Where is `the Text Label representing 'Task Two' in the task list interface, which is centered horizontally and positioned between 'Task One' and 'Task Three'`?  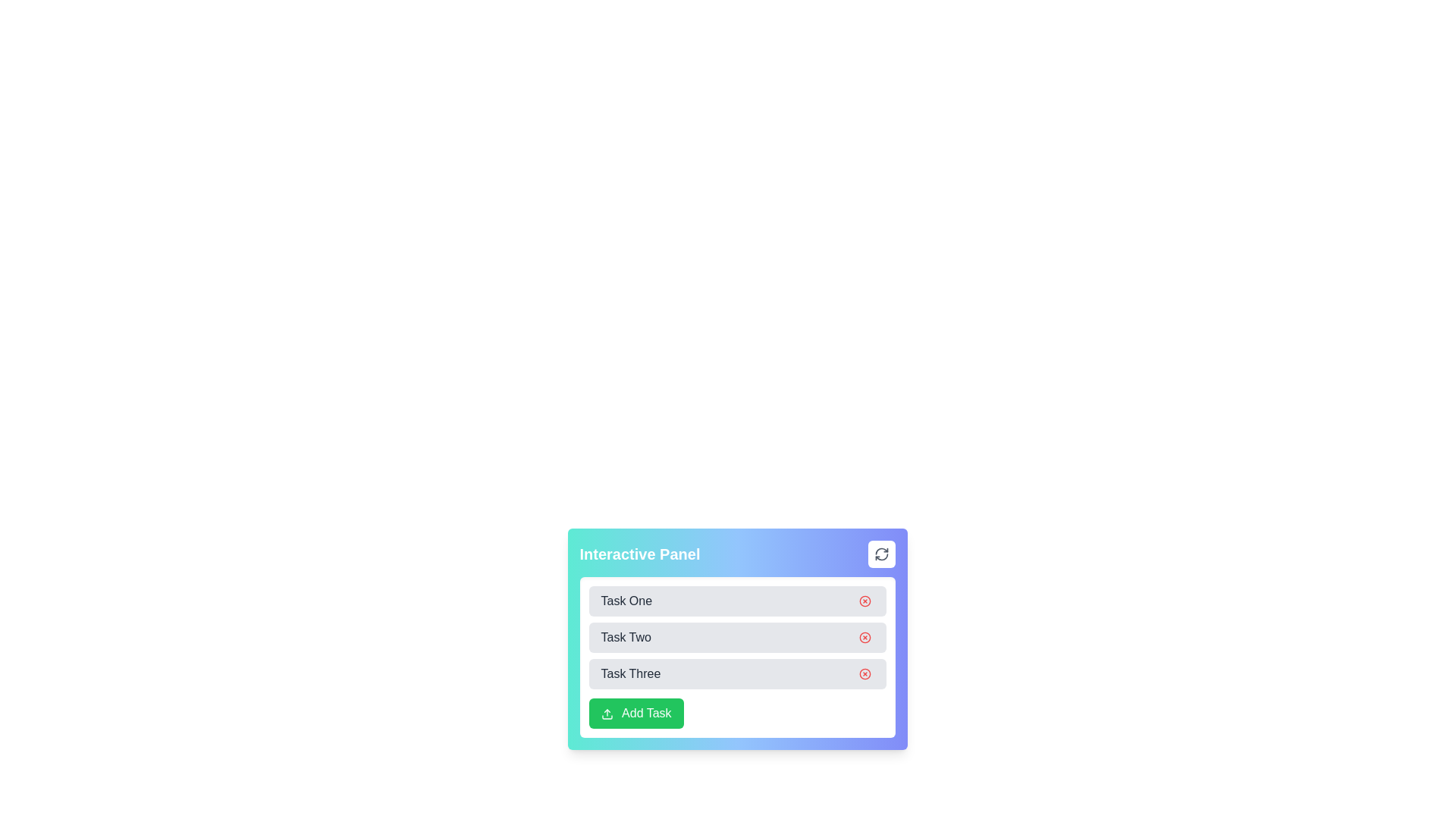
the Text Label representing 'Task Two' in the task list interface, which is centered horizontally and positioned between 'Task One' and 'Task Three' is located at coordinates (626, 637).